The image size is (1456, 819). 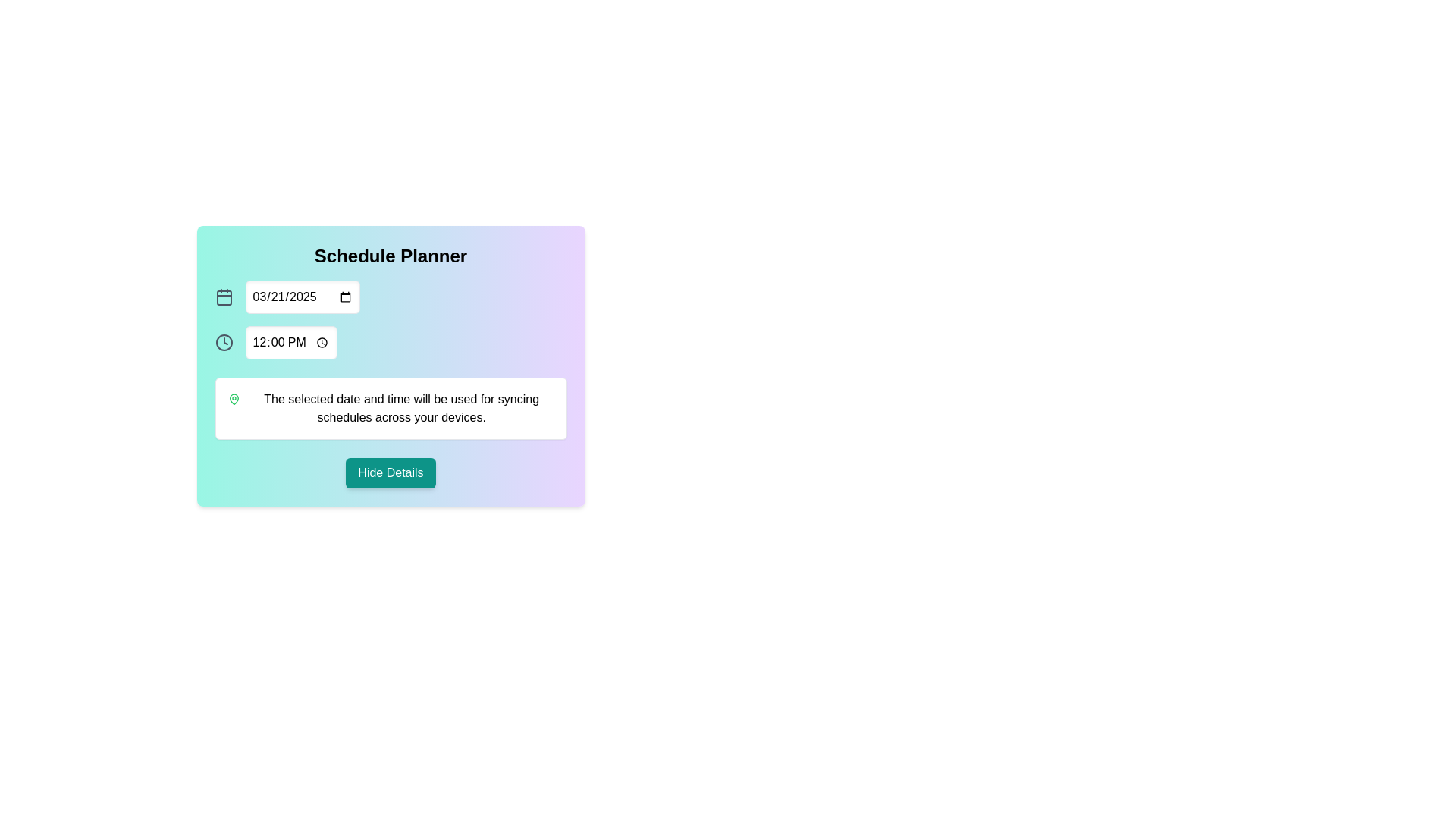 I want to click on the Time input field, which is a rectangular field with a light border and shadowed inner styling containing the text '12:00 PM', located to the right of a clock icon, so click(x=291, y=342).